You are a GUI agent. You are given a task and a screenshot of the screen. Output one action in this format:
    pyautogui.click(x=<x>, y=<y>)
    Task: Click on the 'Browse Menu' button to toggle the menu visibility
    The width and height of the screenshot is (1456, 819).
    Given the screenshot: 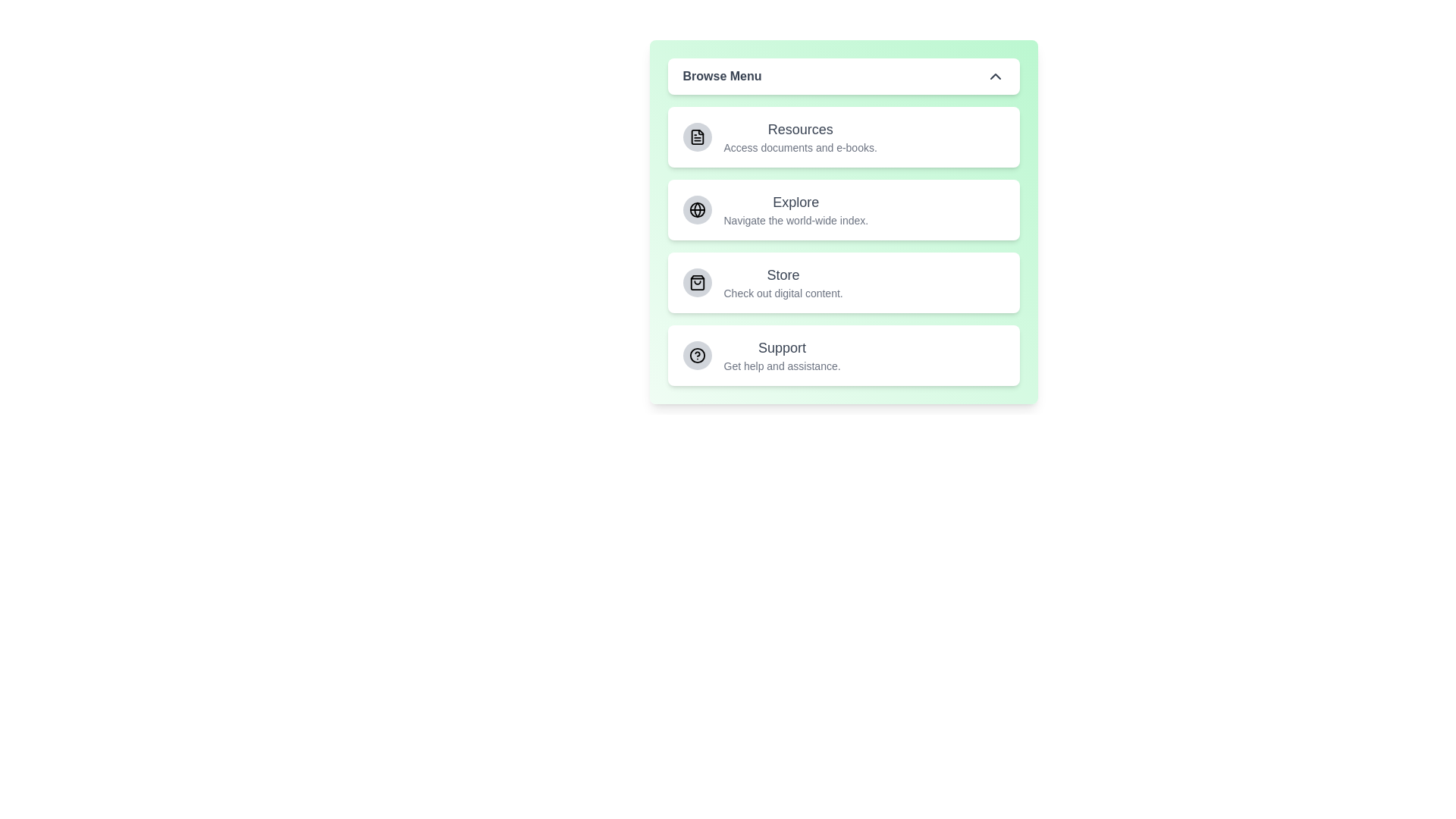 What is the action you would take?
    pyautogui.click(x=843, y=76)
    